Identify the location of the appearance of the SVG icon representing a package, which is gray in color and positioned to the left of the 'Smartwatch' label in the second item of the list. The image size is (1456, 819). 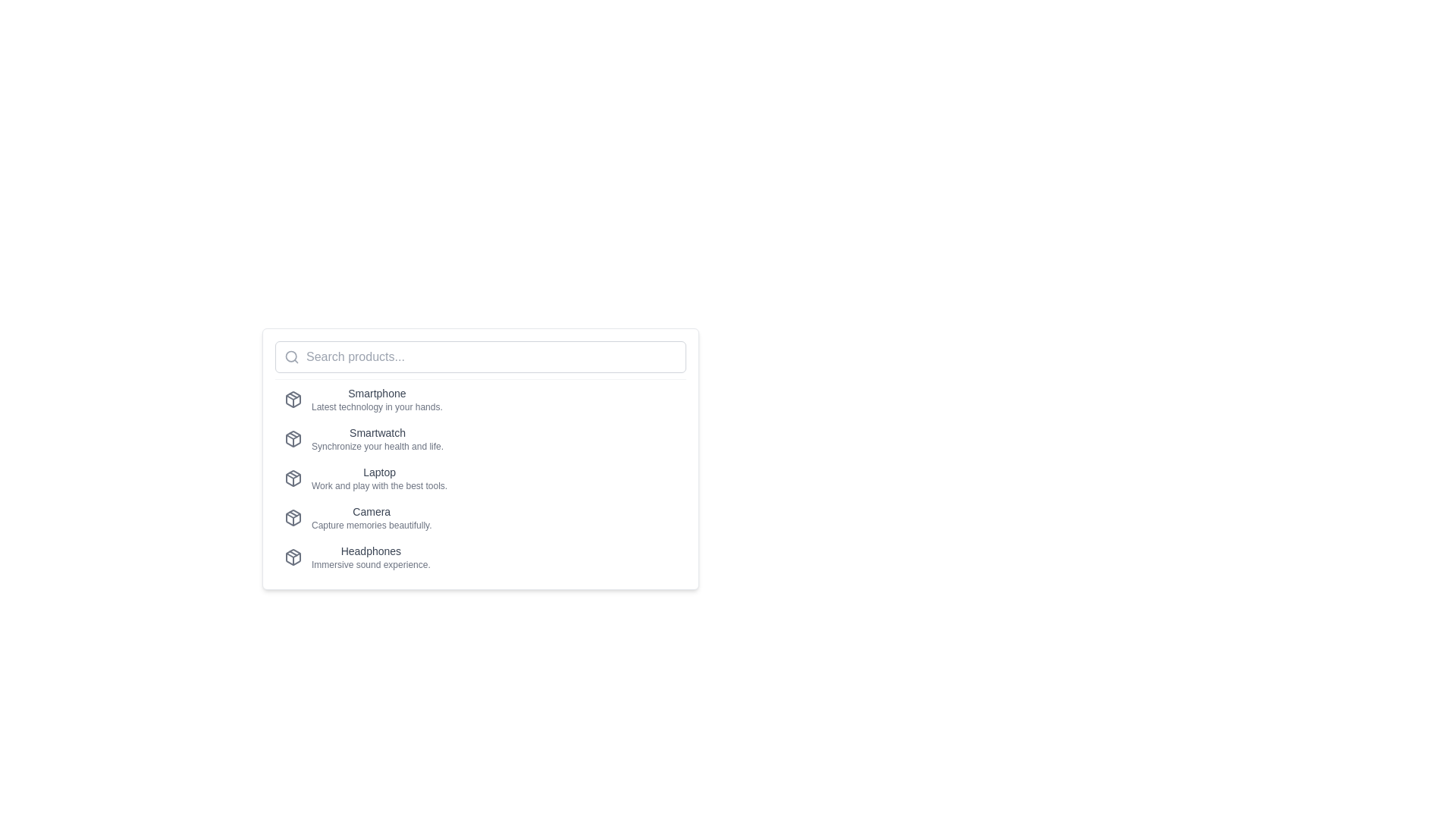
(293, 438).